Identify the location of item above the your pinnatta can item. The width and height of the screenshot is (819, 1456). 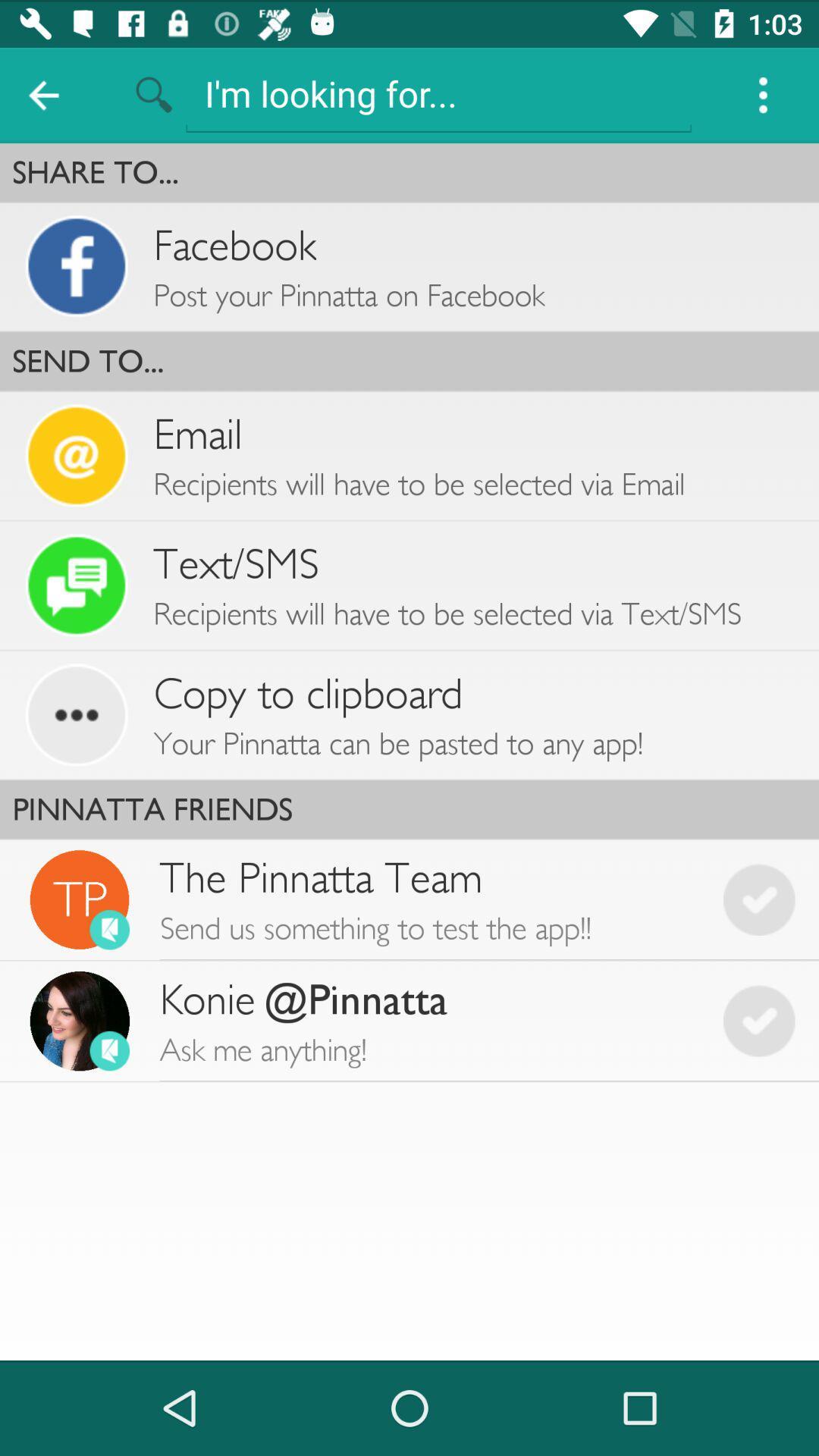
(307, 693).